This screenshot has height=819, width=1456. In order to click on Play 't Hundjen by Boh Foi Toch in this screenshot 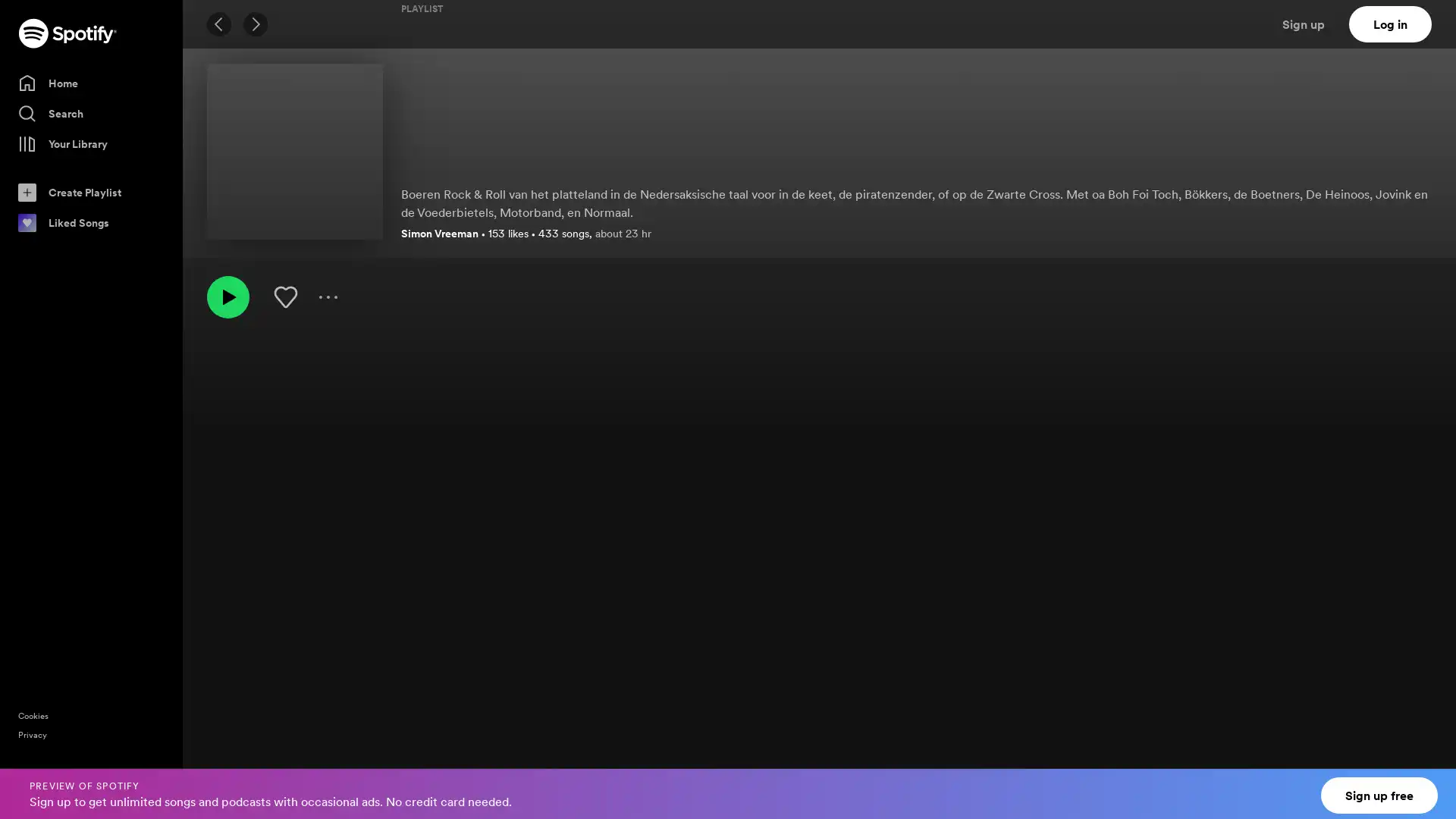, I will do `click(225, 780)`.